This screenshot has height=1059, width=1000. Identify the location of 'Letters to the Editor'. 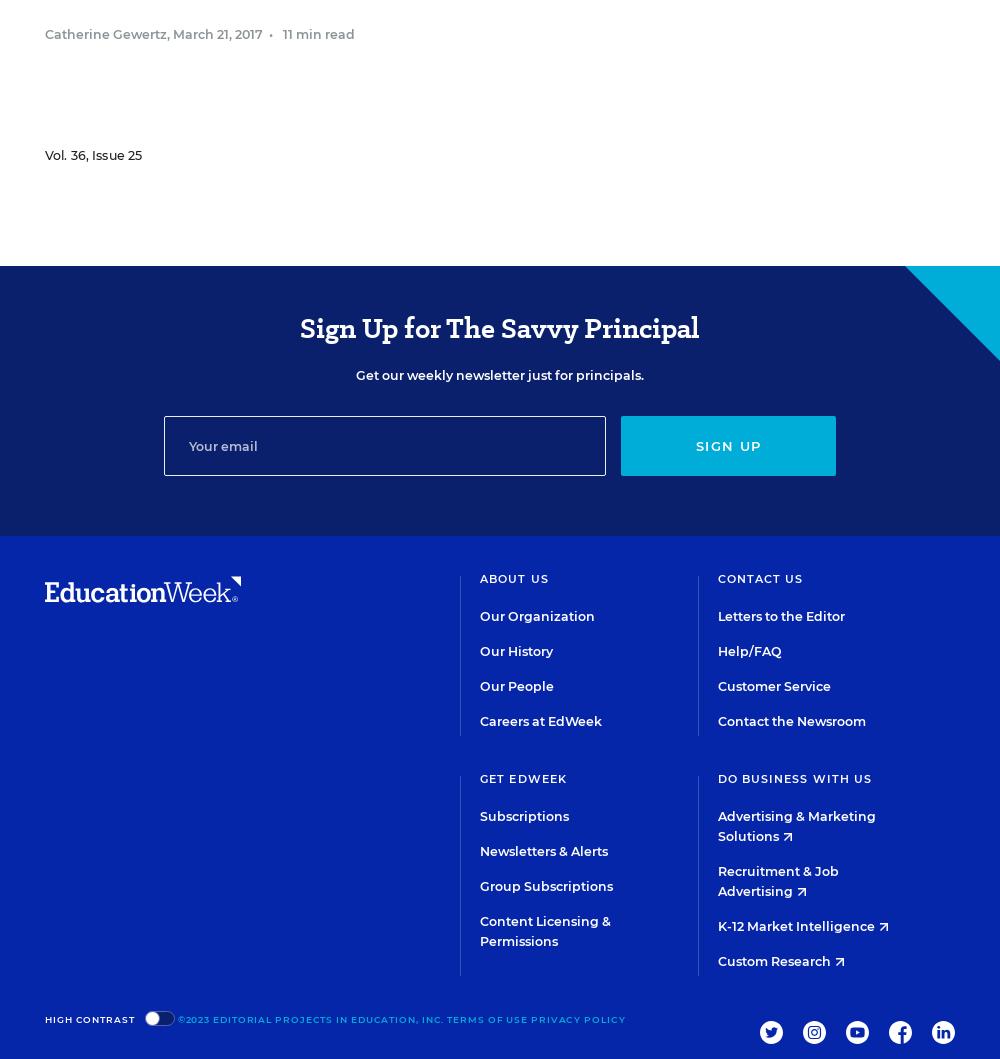
(780, 615).